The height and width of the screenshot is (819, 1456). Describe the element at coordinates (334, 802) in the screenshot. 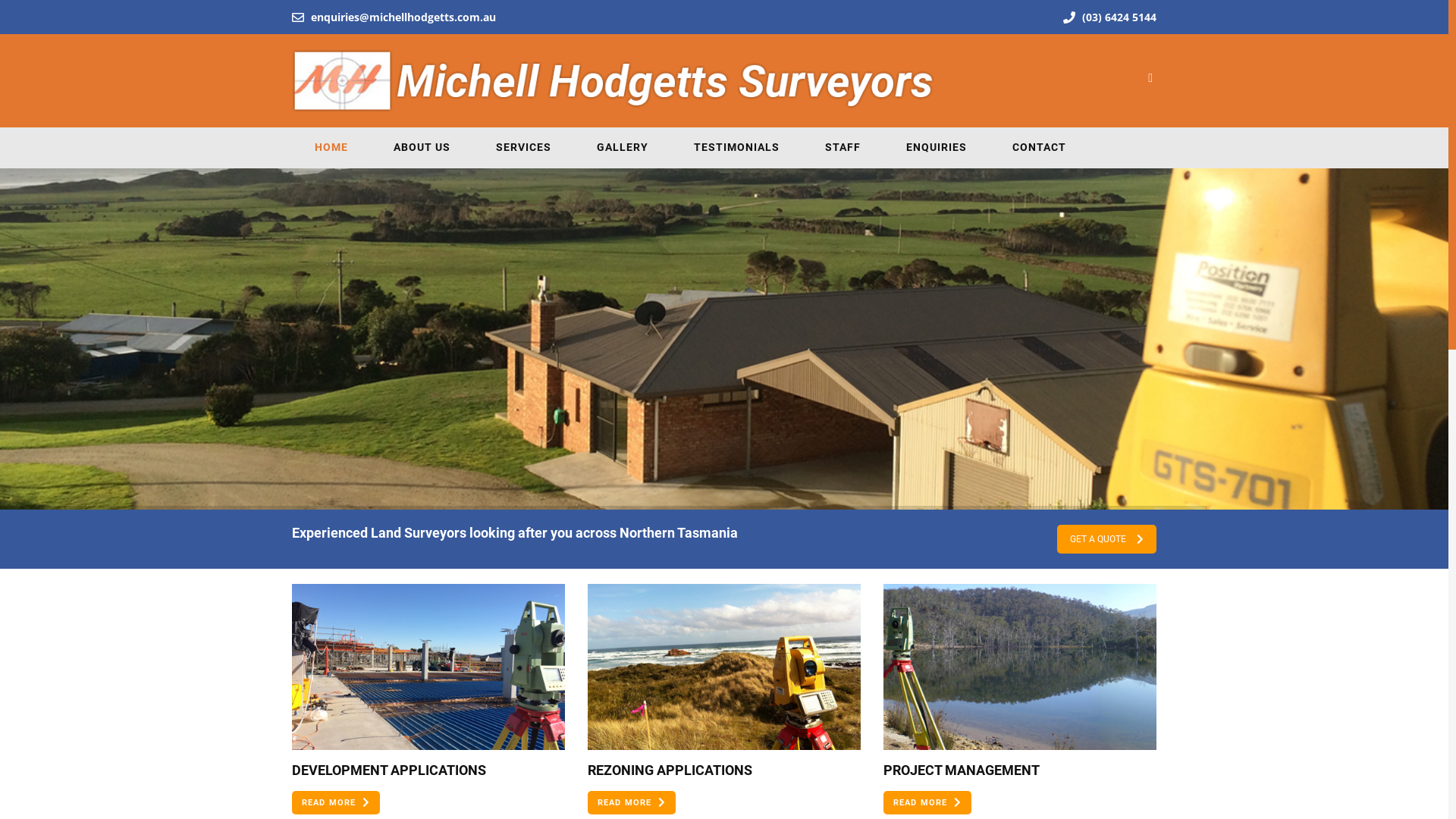

I see `'READ MORE'` at that location.